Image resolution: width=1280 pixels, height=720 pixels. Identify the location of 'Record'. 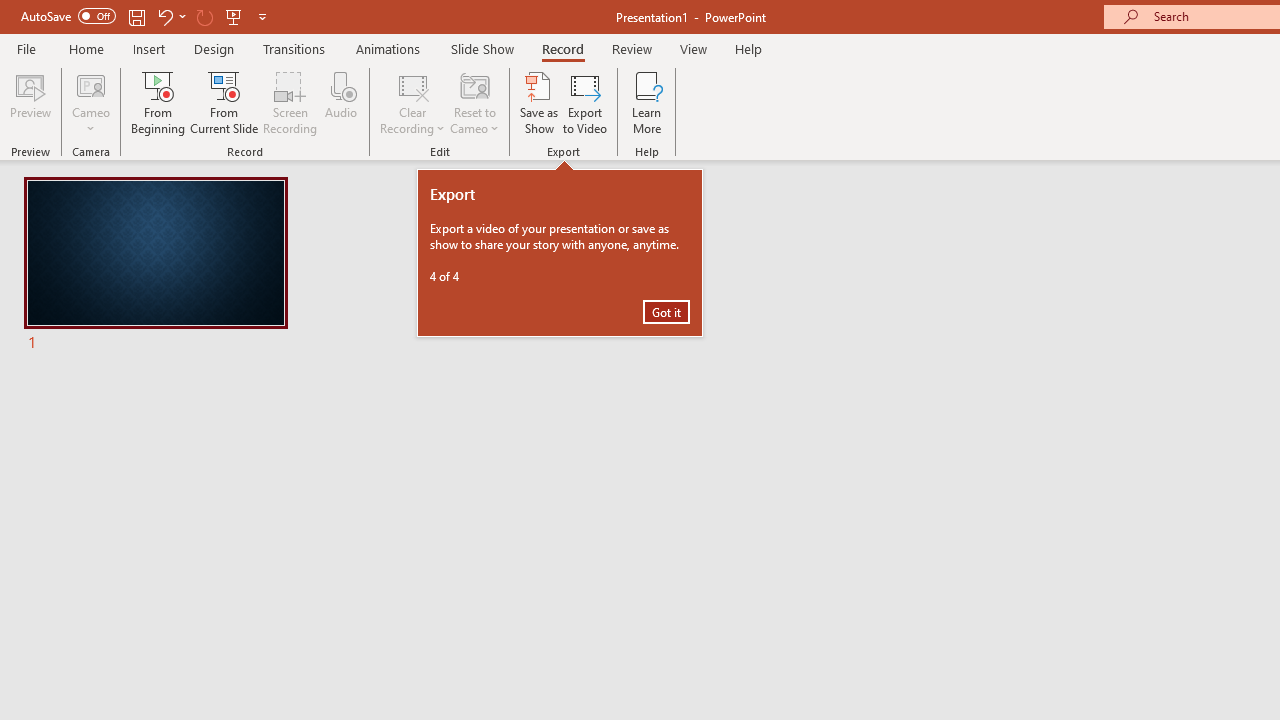
(561, 48).